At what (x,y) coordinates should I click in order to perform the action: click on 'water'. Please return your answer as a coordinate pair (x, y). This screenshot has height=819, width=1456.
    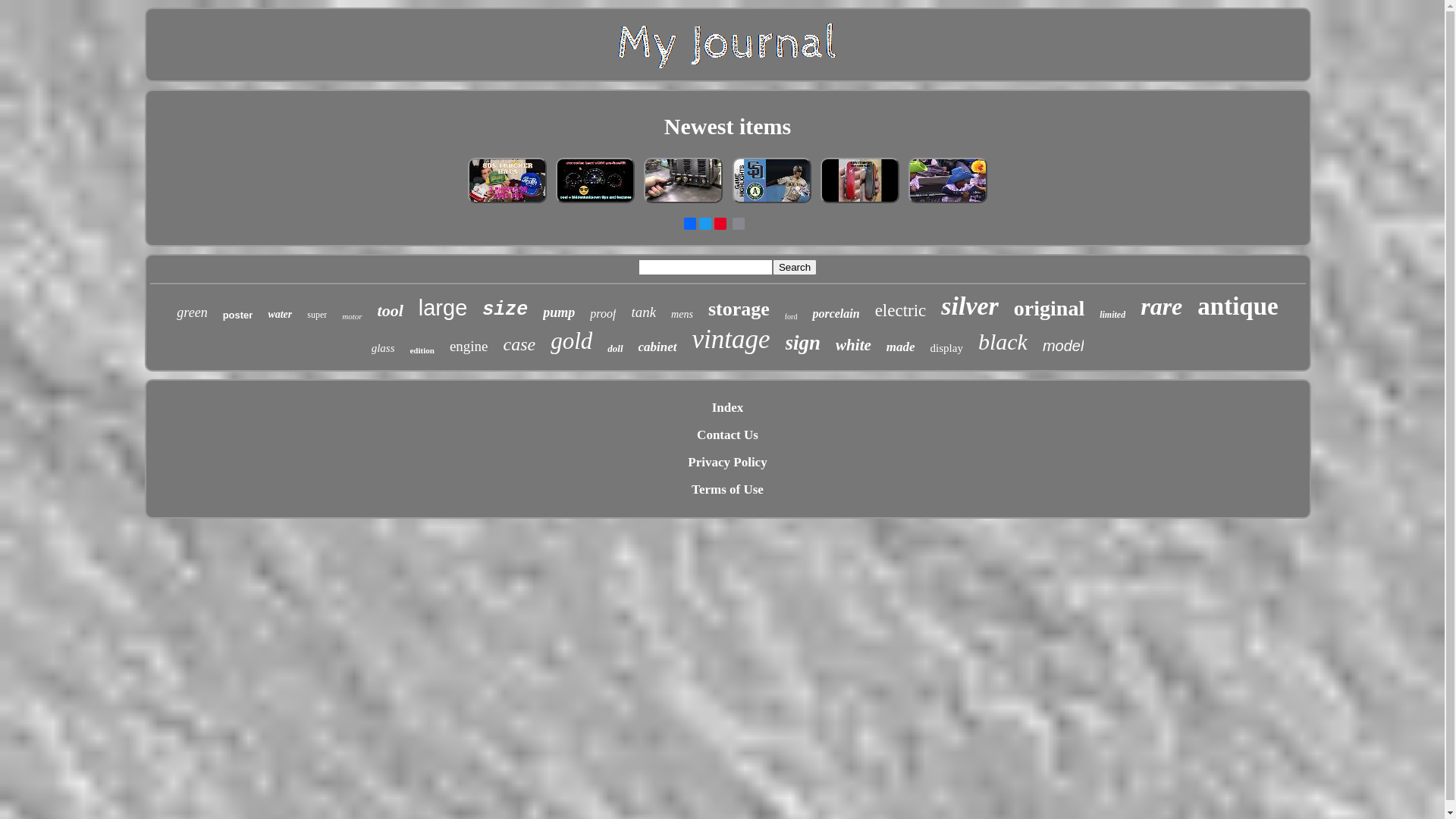
    Looking at the image, I should click on (280, 314).